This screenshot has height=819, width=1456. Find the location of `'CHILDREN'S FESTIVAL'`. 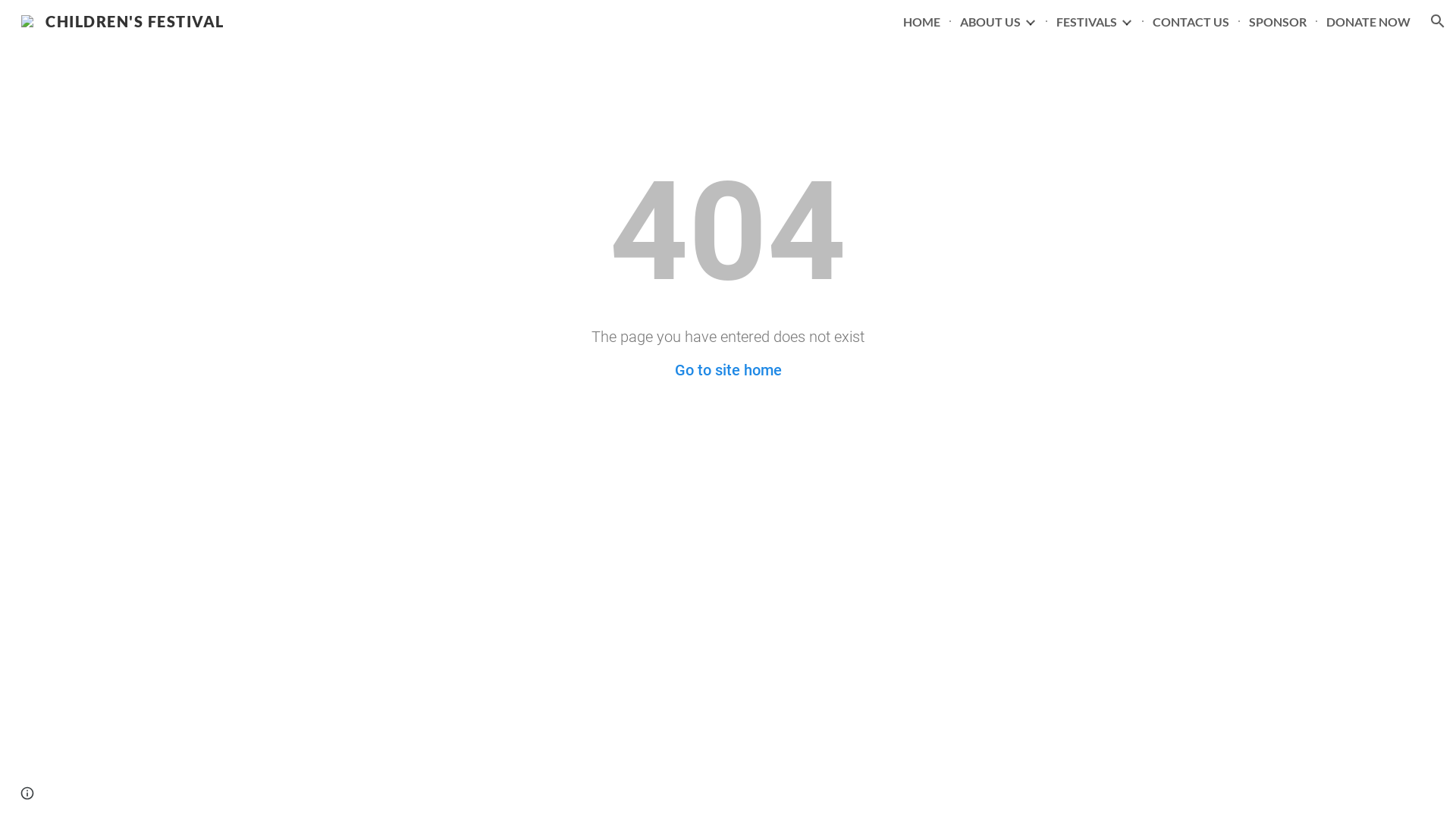

'CHILDREN'S FESTIVAL' is located at coordinates (123, 18).